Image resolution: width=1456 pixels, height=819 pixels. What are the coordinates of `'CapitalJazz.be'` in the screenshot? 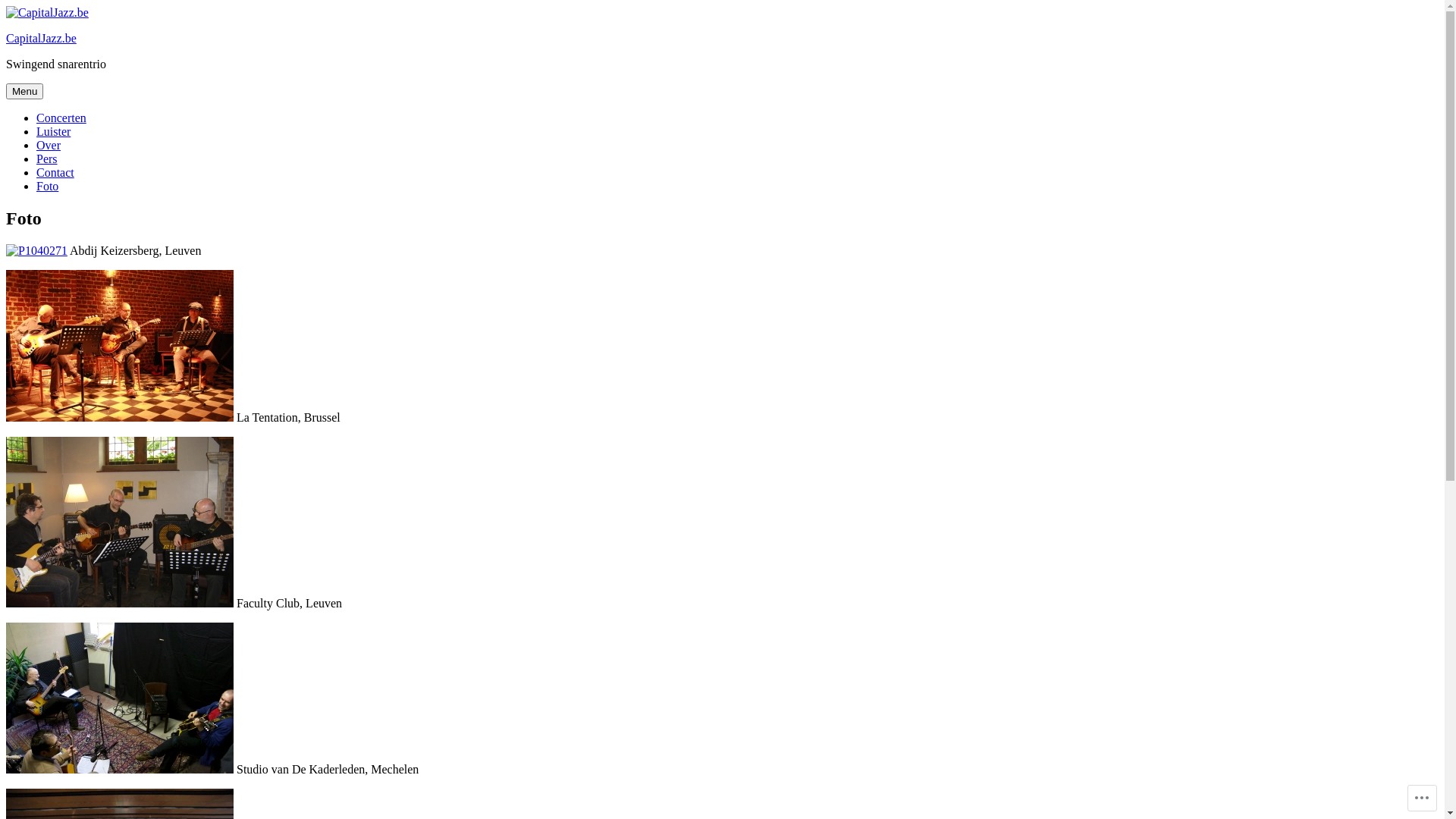 It's located at (6, 37).